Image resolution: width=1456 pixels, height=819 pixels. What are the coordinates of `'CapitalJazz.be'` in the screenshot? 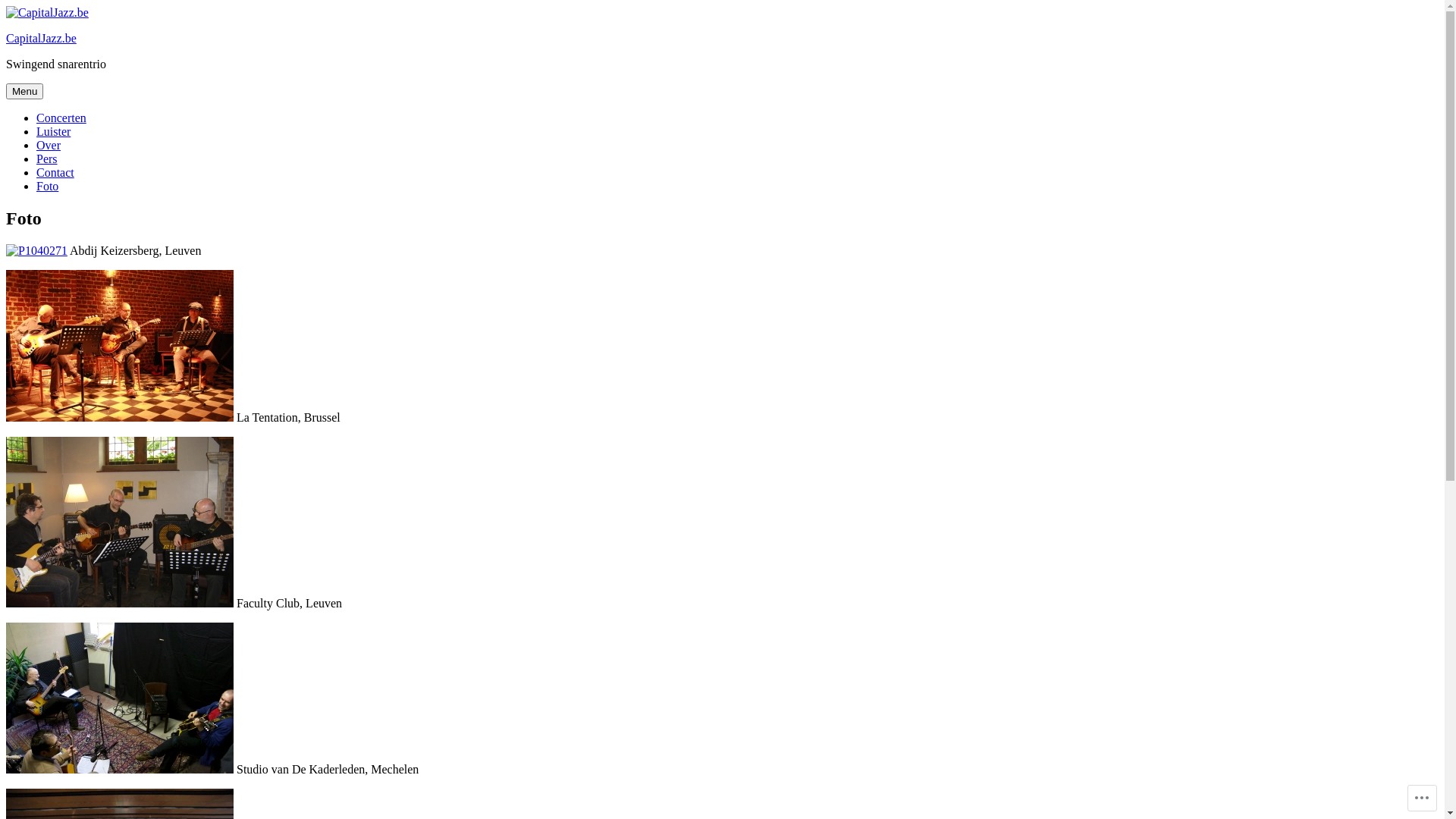 It's located at (6, 37).